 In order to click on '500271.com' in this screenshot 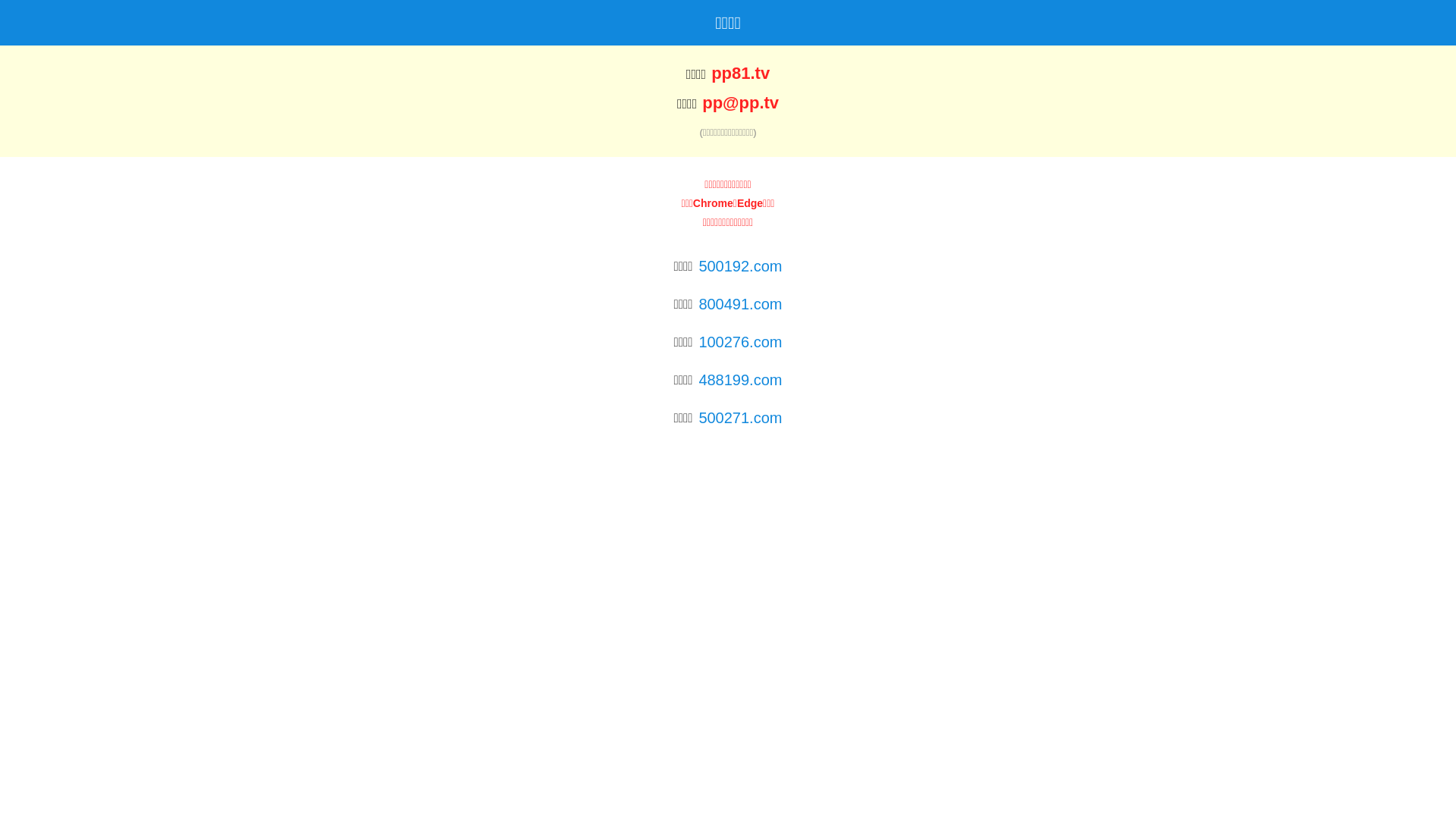, I will do `click(739, 418)`.